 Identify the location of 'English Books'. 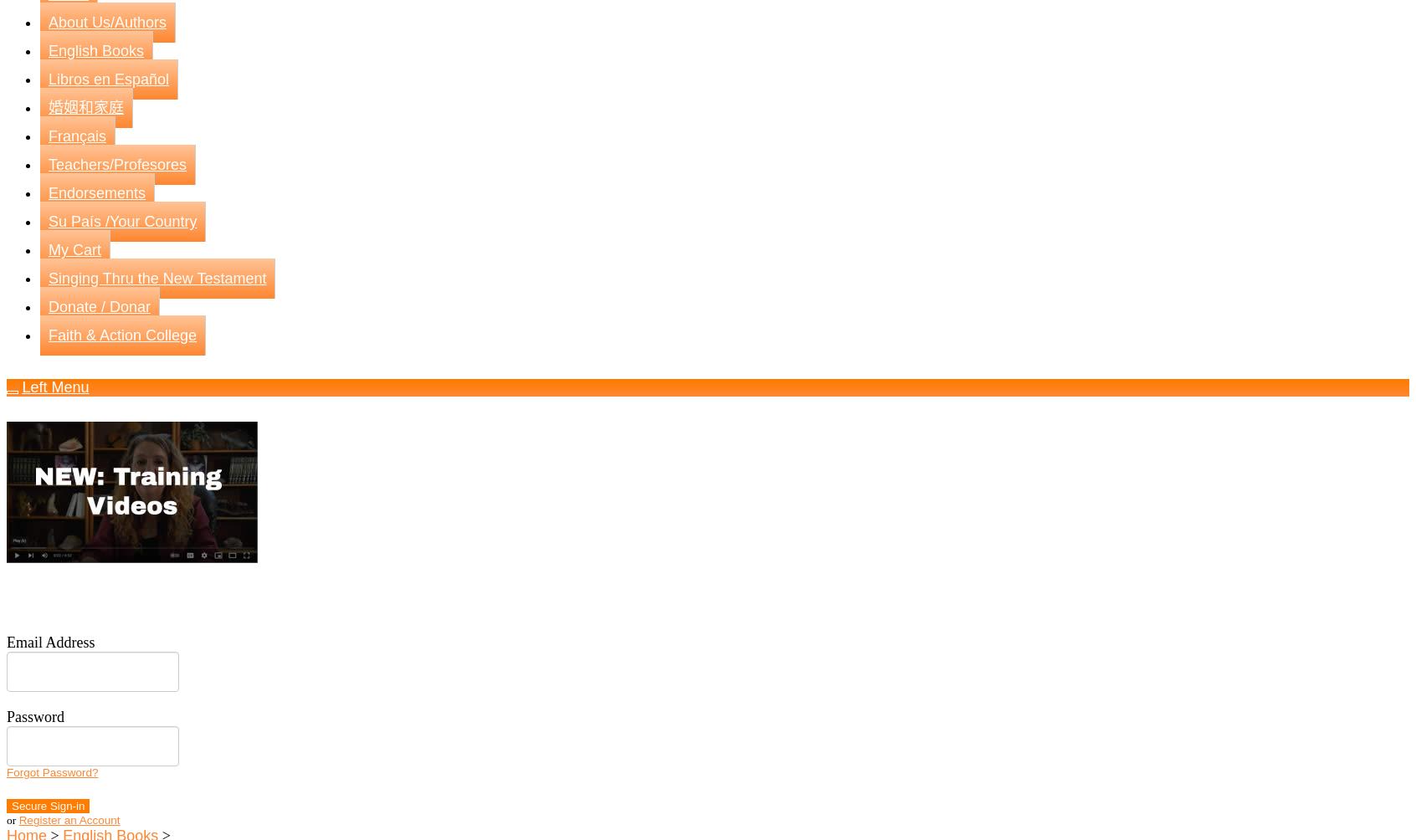
(96, 51).